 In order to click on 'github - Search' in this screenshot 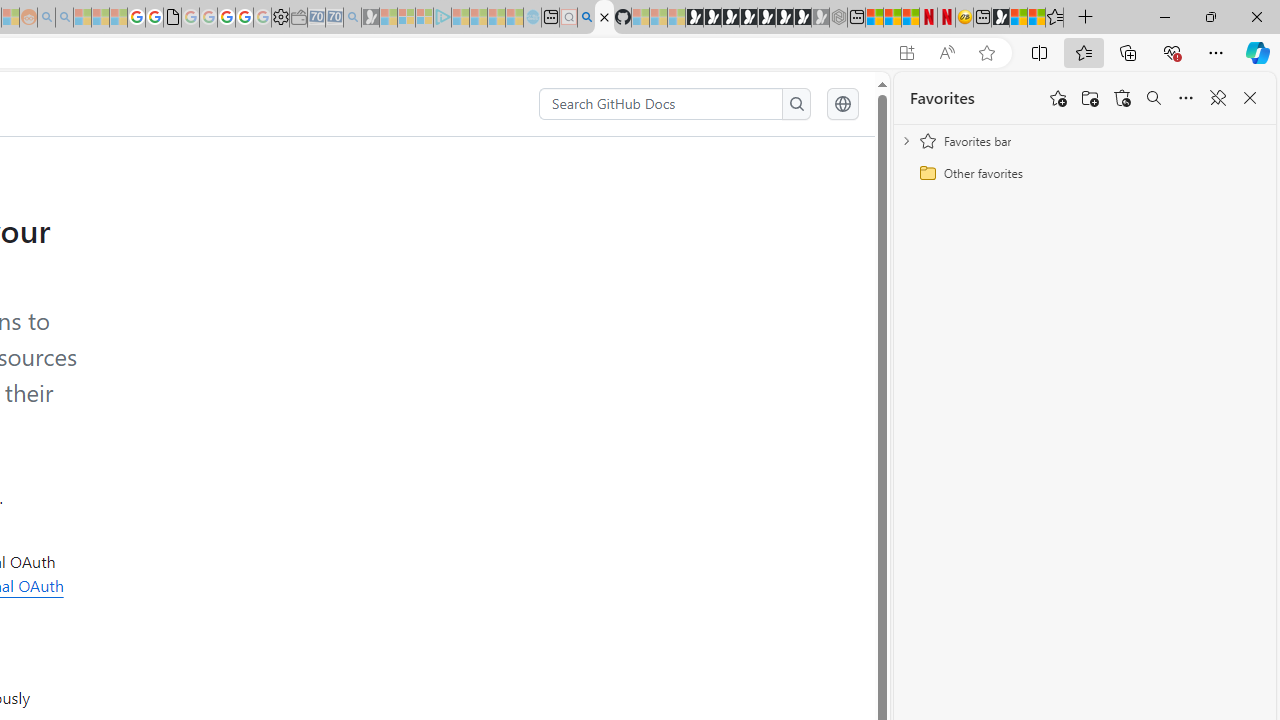, I will do `click(585, 17)`.